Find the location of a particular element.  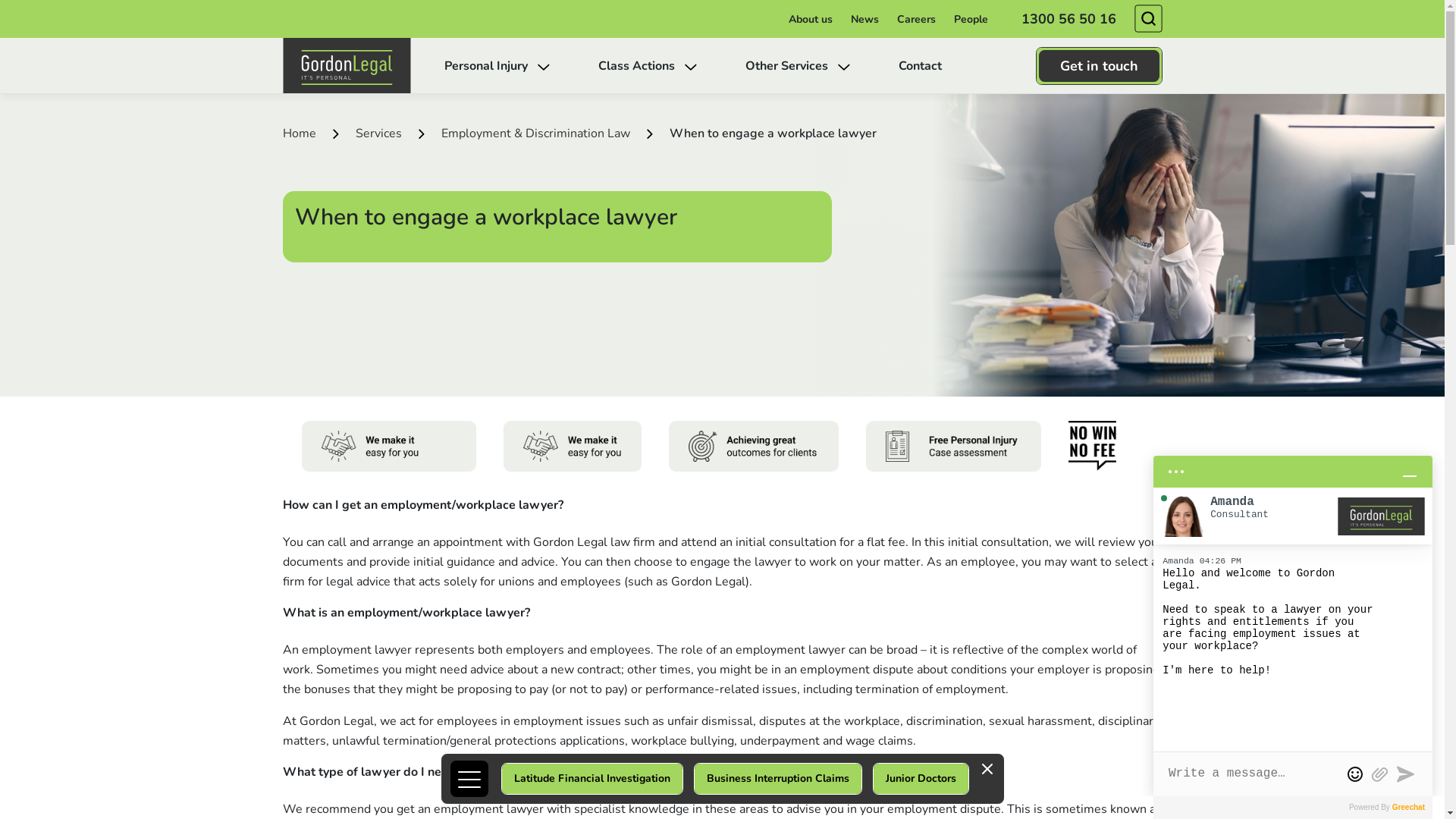

'About us' is located at coordinates (810, 19).